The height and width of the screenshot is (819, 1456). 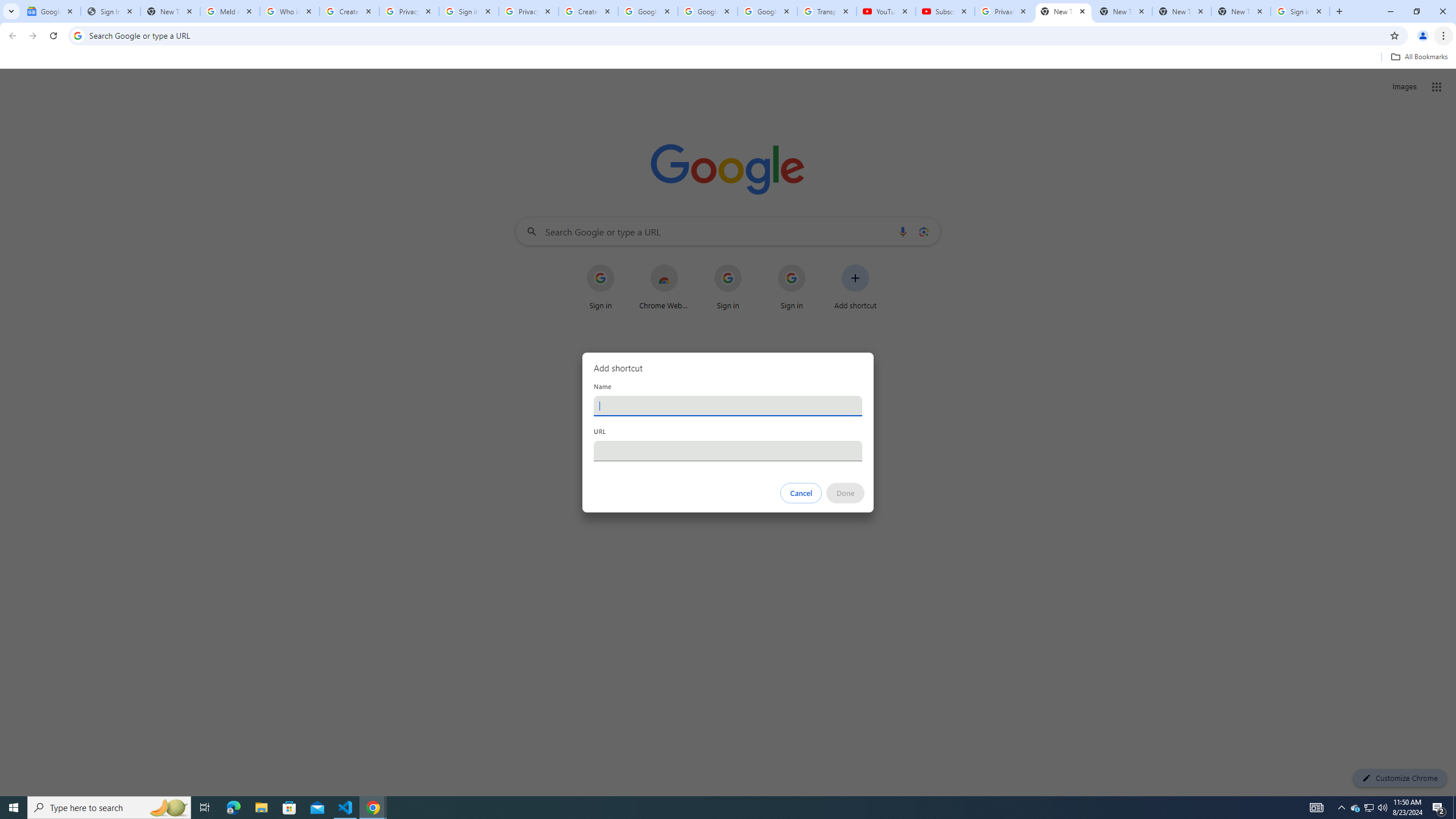 What do you see at coordinates (886, 11) in the screenshot?
I see `'YouTube'` at bounding box center [886, 11].